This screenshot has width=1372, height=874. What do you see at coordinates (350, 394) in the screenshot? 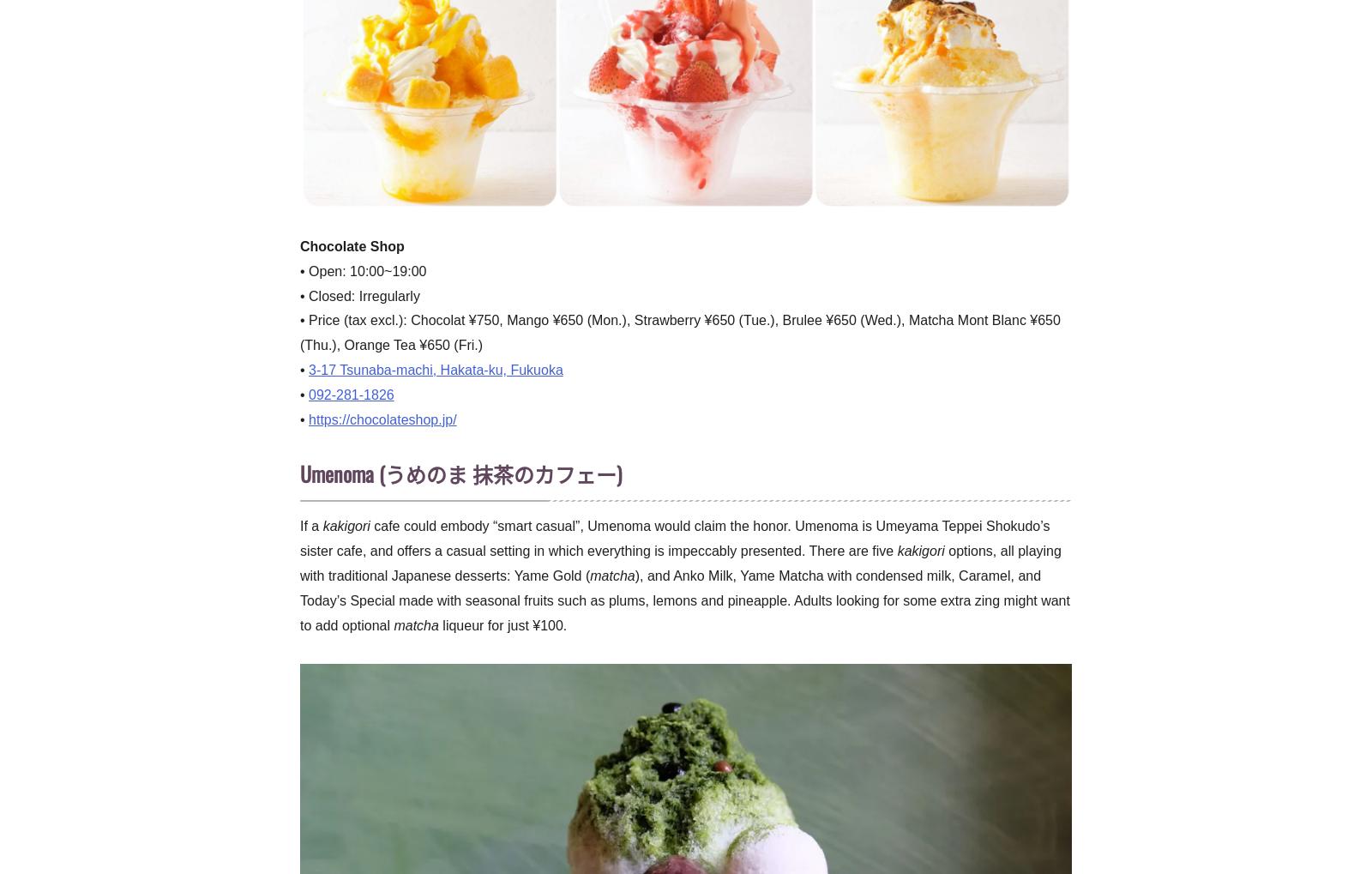
I see `'092-281-1826'` at bounding box center [350, 394].